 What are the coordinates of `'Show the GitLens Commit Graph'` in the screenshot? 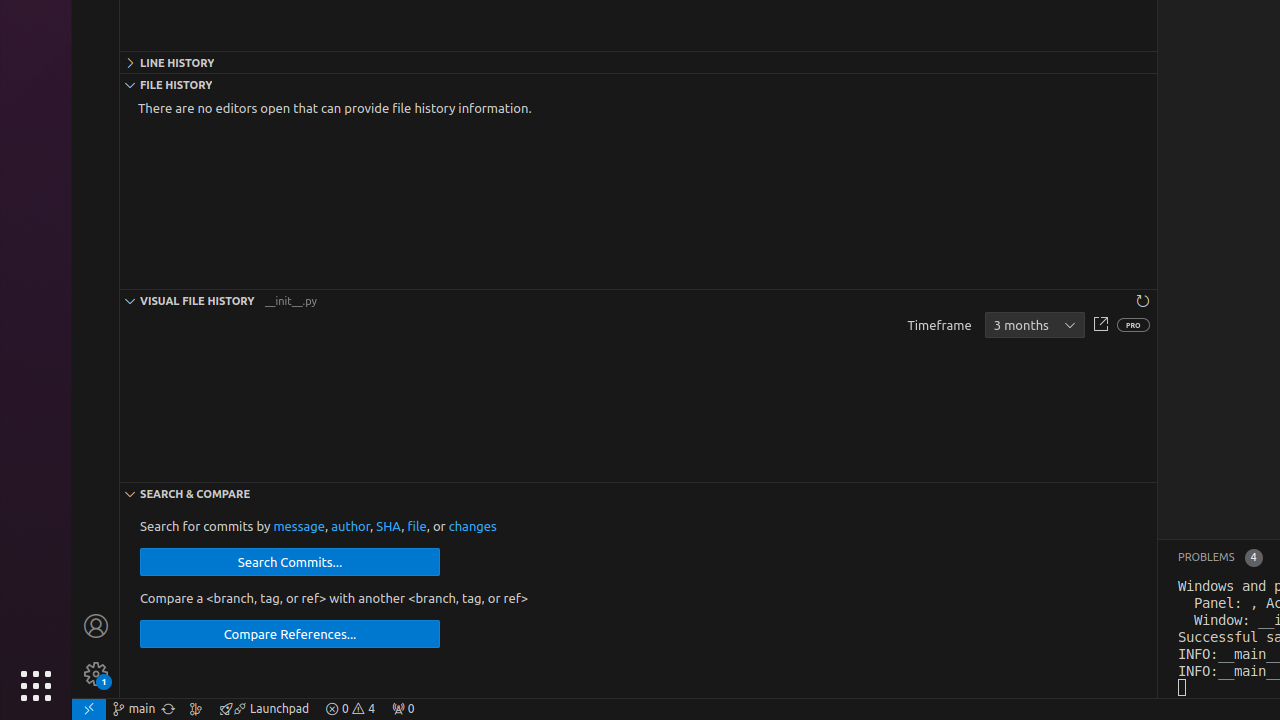 It's located at (196, 707).